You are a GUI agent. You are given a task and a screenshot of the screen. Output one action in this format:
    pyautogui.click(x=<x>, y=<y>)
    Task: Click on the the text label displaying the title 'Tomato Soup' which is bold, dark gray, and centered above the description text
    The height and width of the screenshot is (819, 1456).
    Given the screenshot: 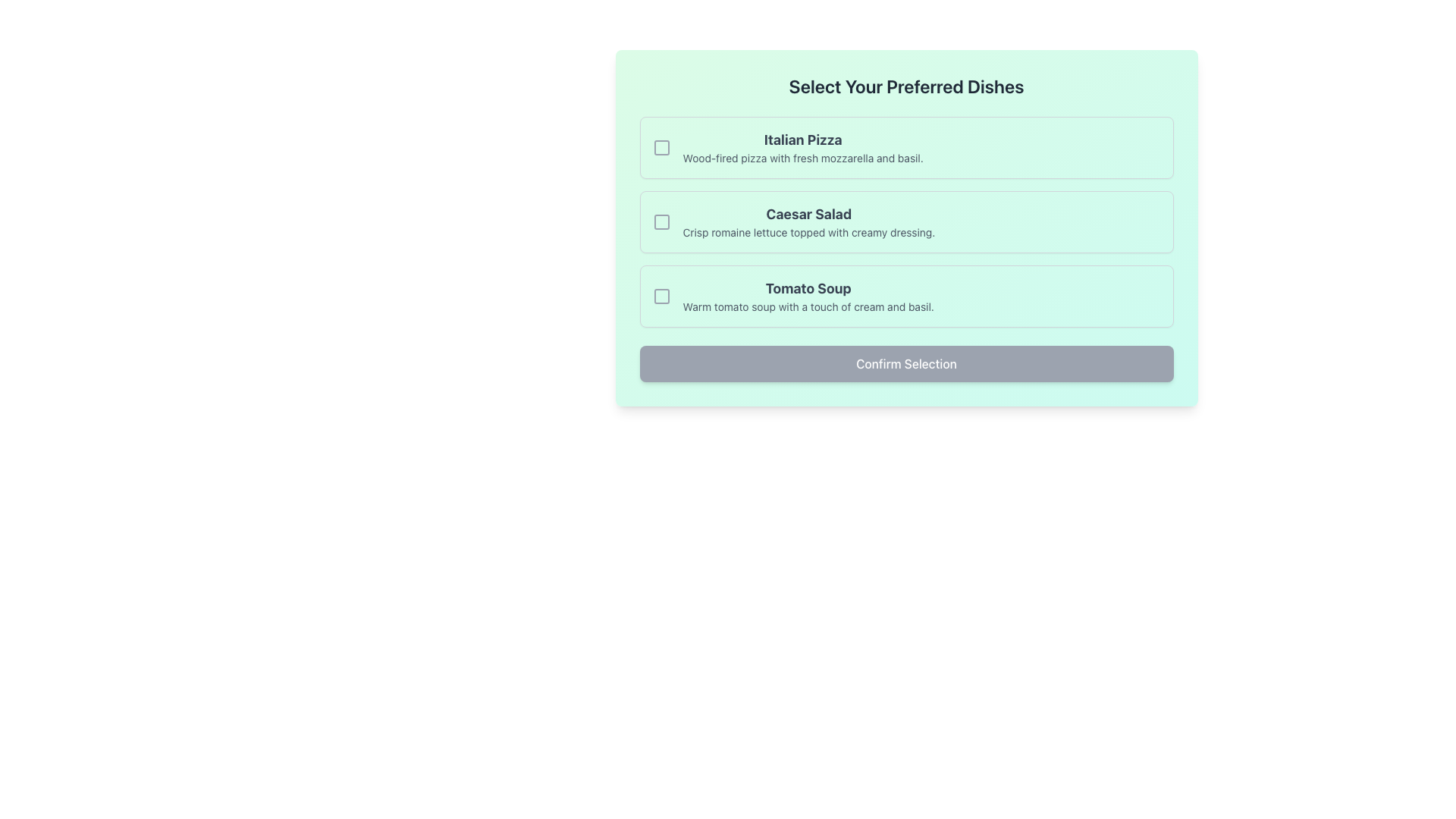 What is the action you would take?
    pyautogui.click(x=808, y=289)
    